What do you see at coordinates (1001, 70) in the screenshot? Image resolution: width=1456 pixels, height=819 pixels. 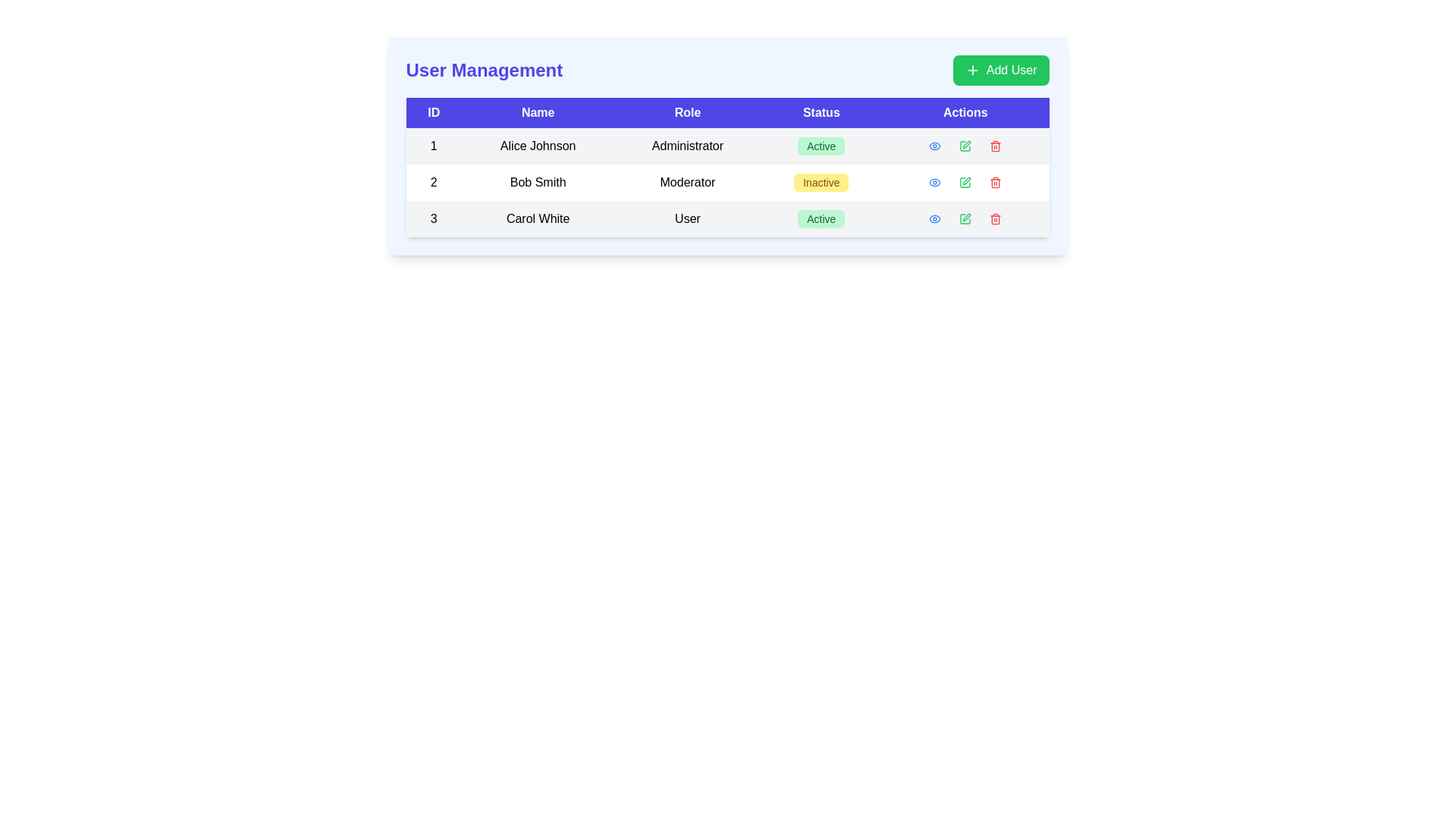 I see `the button located at the top-right corner of the User Management section to initiate user addition` at bounding box center [1001, 70].